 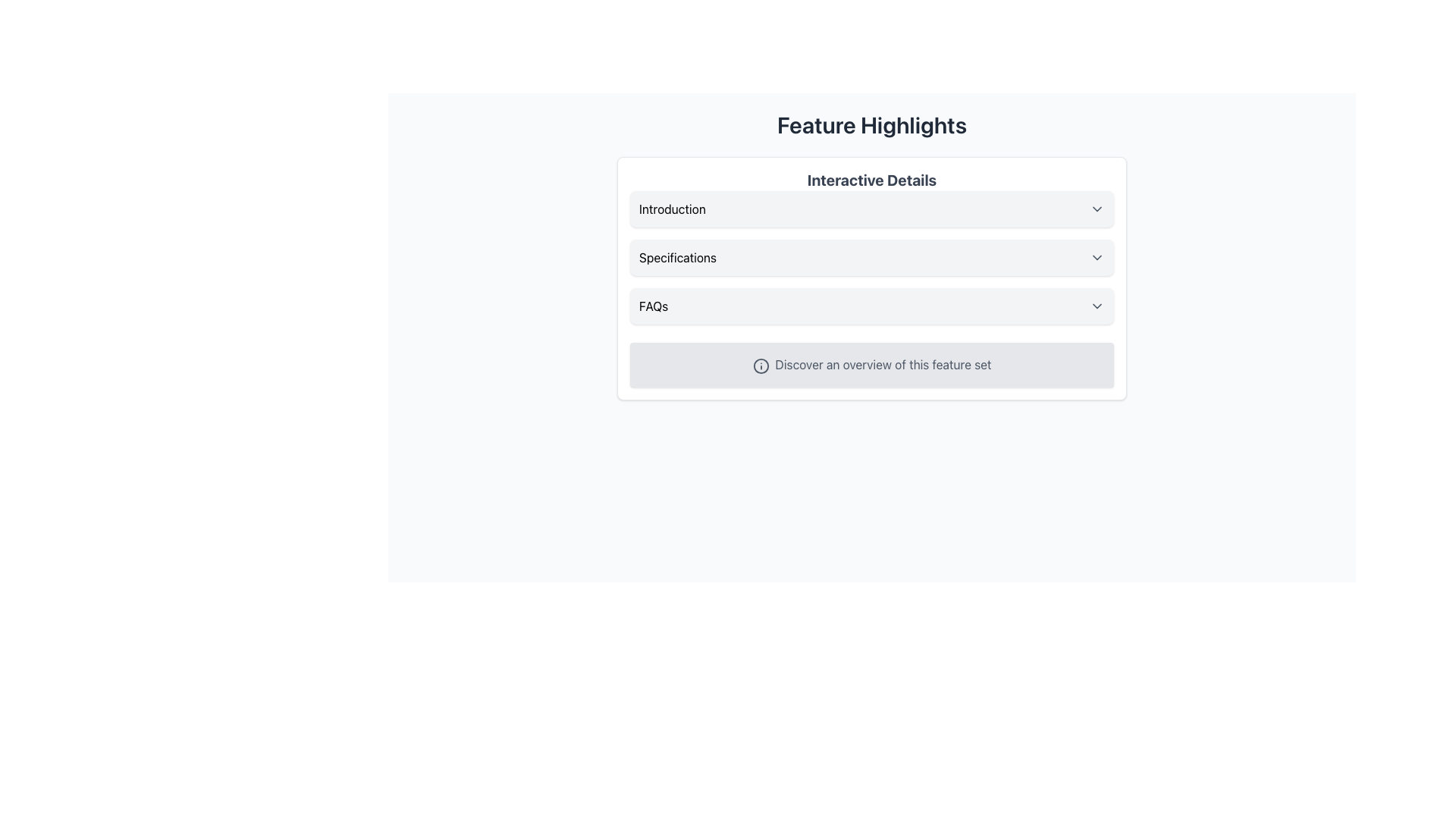 I want to click on the downward-pointing chevron icon located within the 'FAQs' component, so click(x=1097, y=306).